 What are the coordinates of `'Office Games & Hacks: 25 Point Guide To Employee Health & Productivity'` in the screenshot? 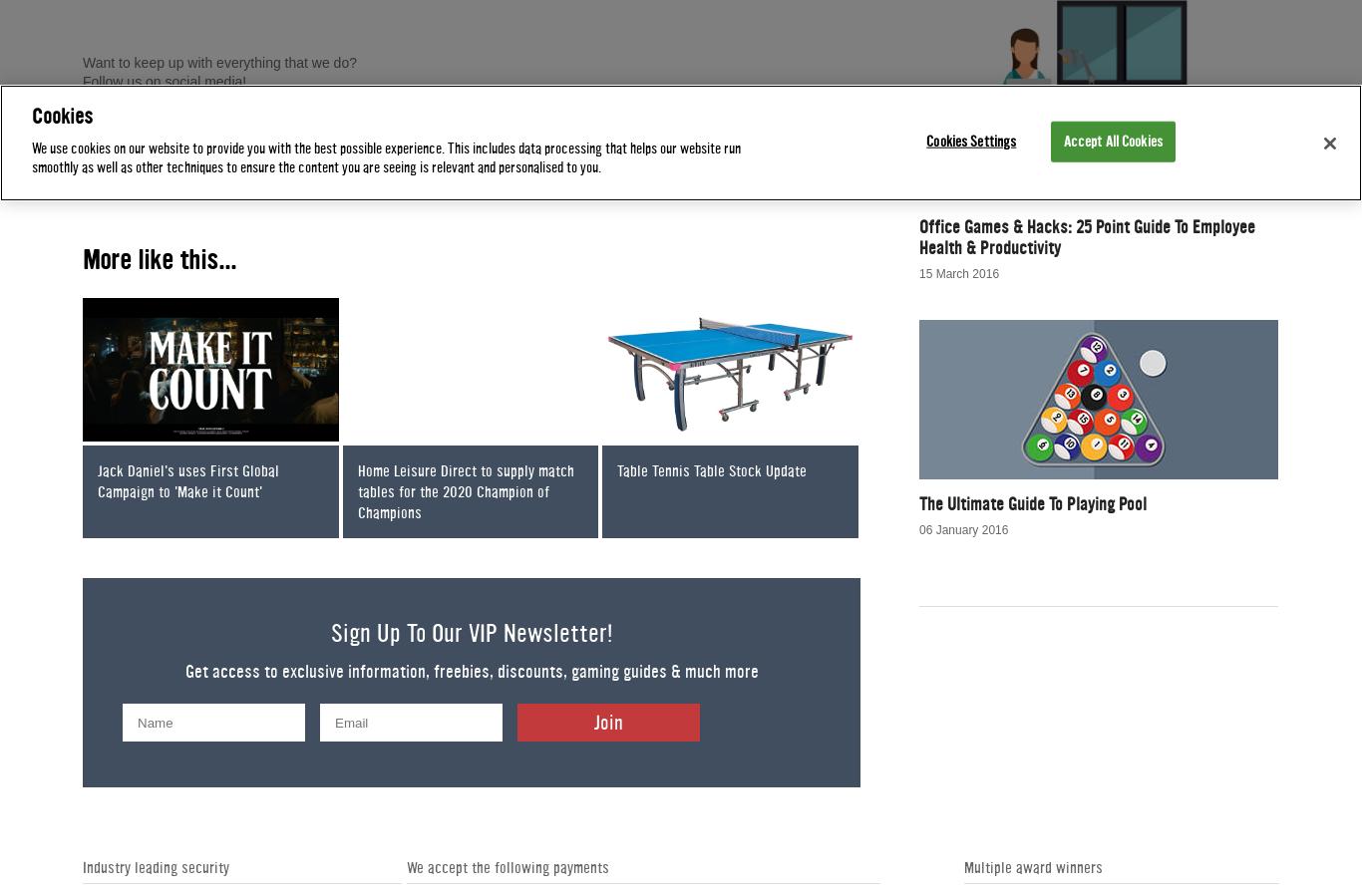 It's located at (1086, 236).